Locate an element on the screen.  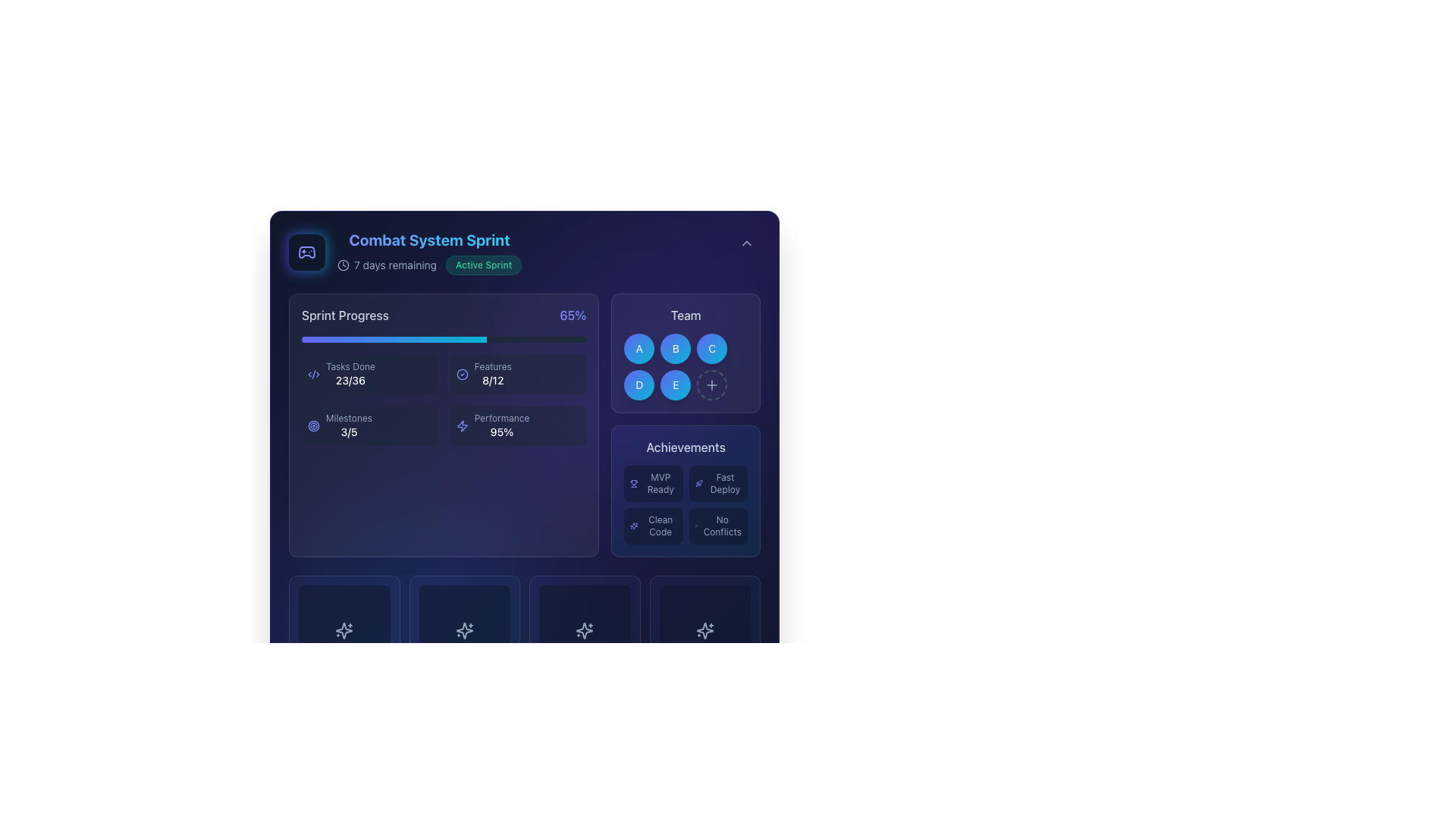
the achievement card located in the 'Team and Achievements' section is located at coordinates (685, 425).